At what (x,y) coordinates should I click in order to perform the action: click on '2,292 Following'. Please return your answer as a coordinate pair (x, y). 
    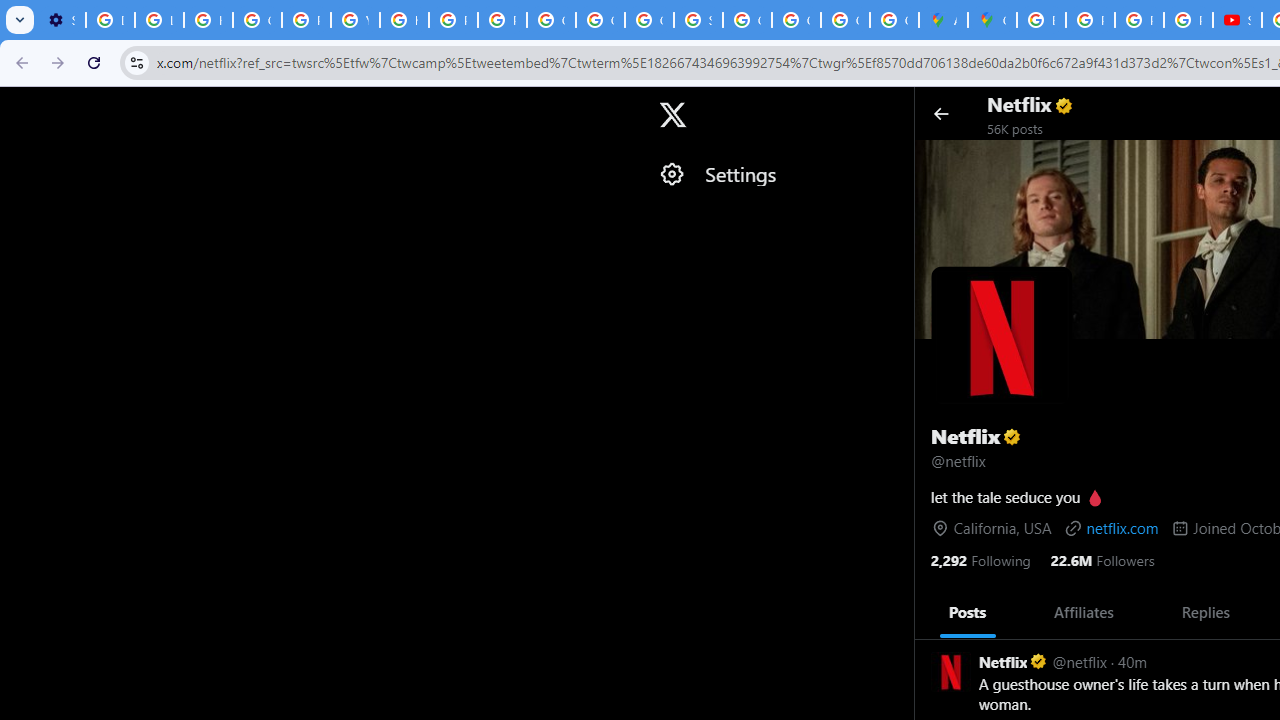
    Looking at the image, I should click on (980, 559).